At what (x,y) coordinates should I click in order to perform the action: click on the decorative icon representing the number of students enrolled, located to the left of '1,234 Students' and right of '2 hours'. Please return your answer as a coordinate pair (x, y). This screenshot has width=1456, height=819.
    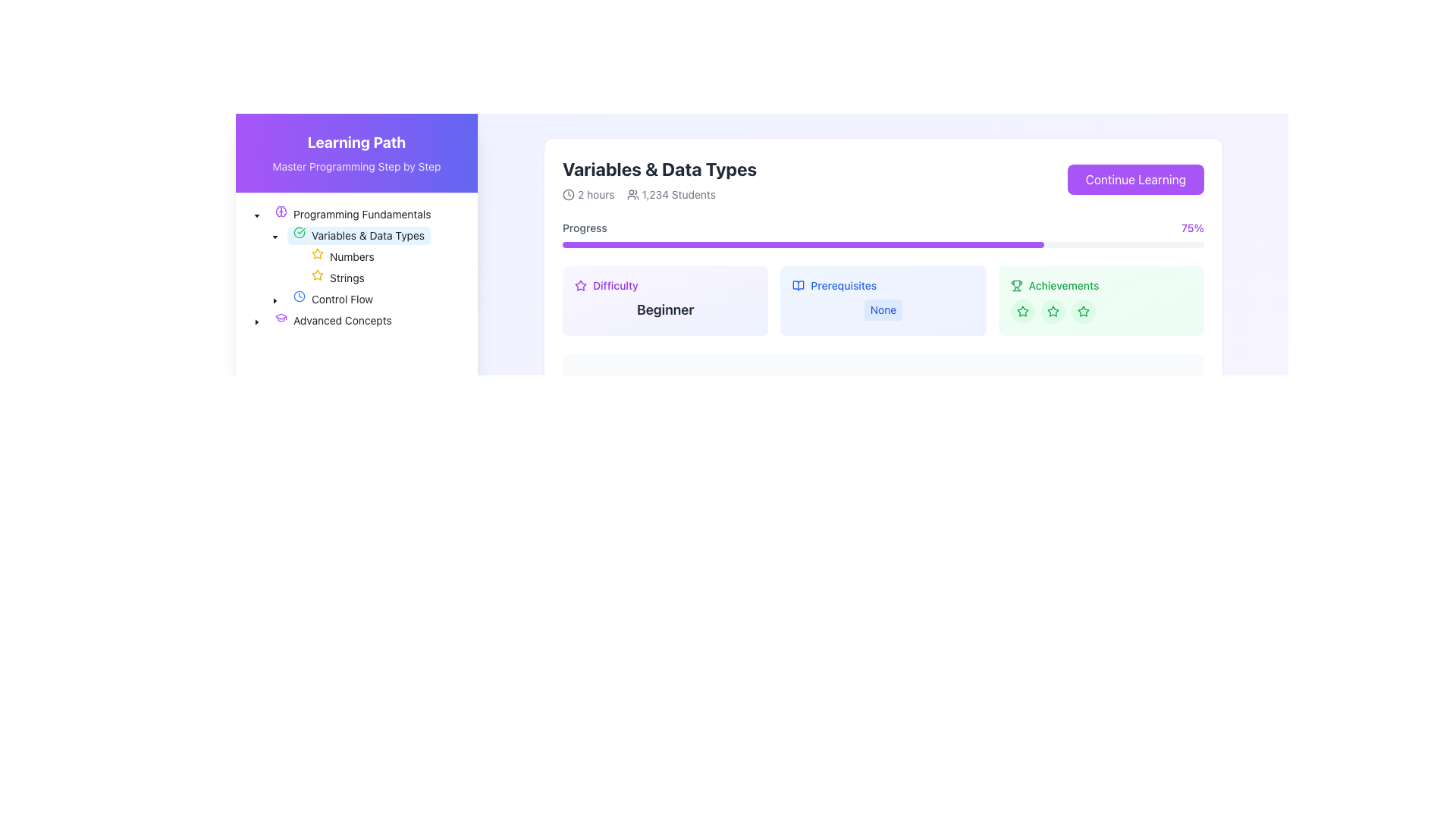
    Looking at the image, I should click on (632, 194).